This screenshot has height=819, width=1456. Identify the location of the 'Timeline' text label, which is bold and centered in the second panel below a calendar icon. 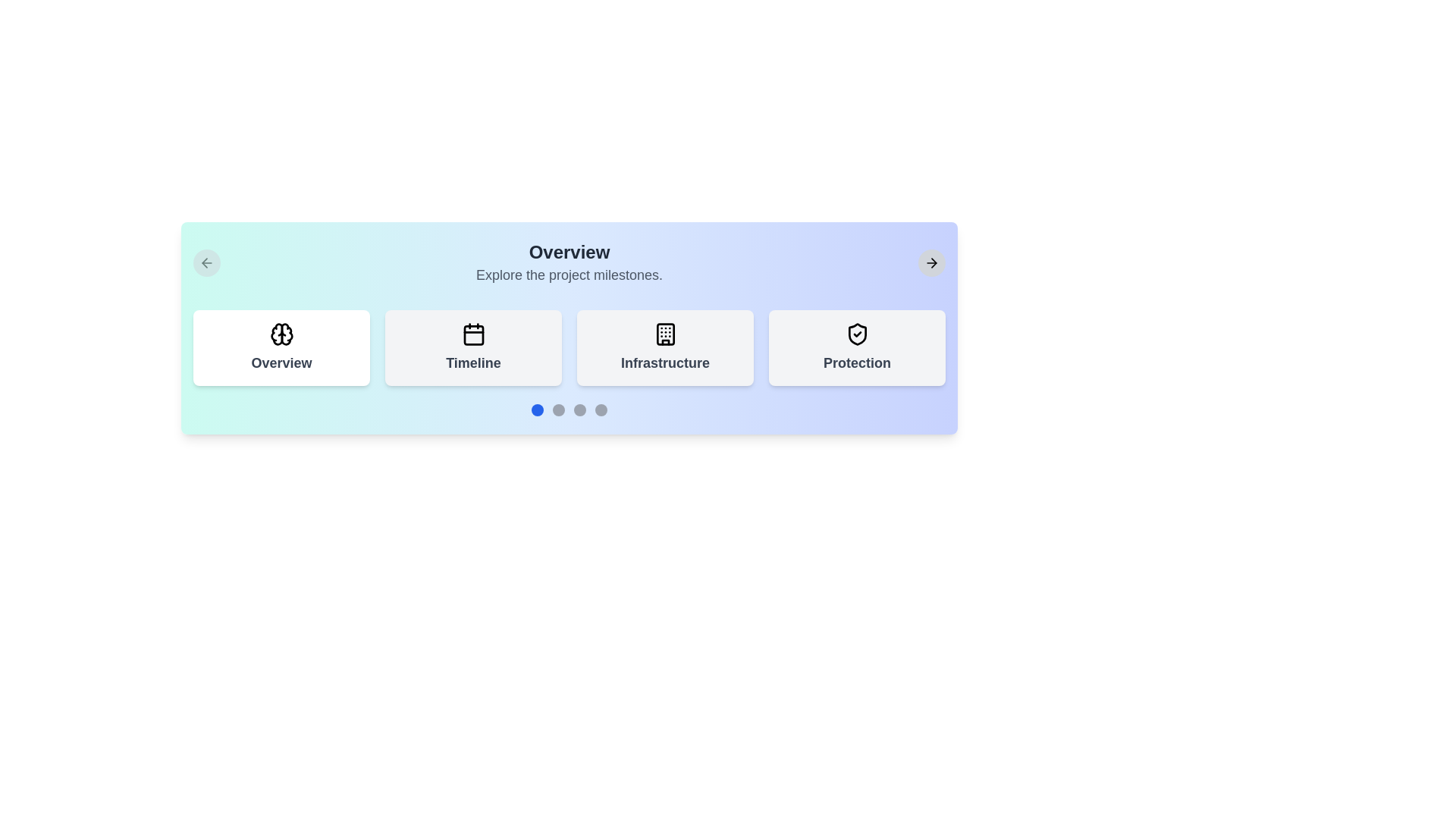
(472, 362).